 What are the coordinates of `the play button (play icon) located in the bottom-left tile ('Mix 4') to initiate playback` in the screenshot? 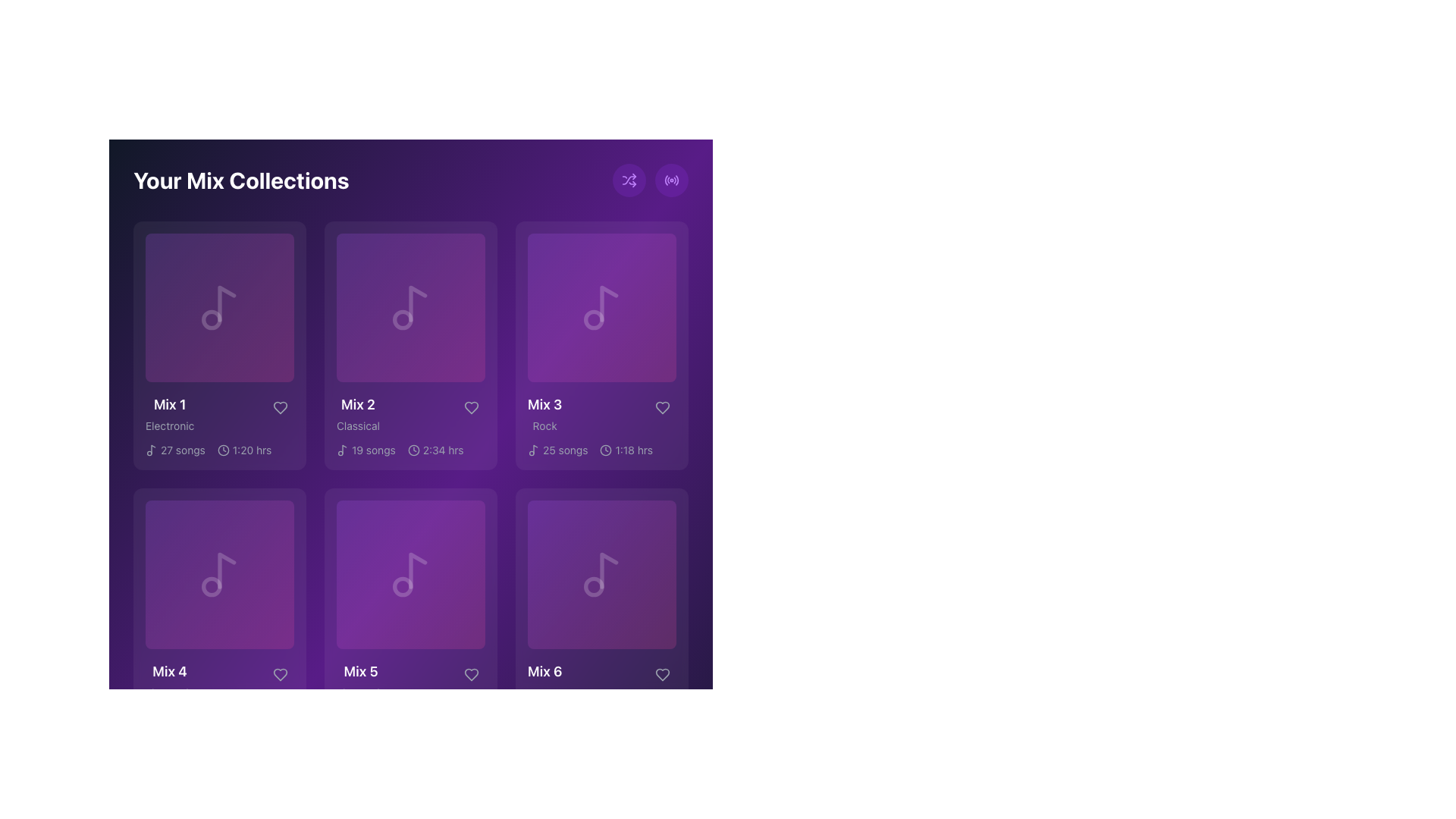 It's located at (218, 575).